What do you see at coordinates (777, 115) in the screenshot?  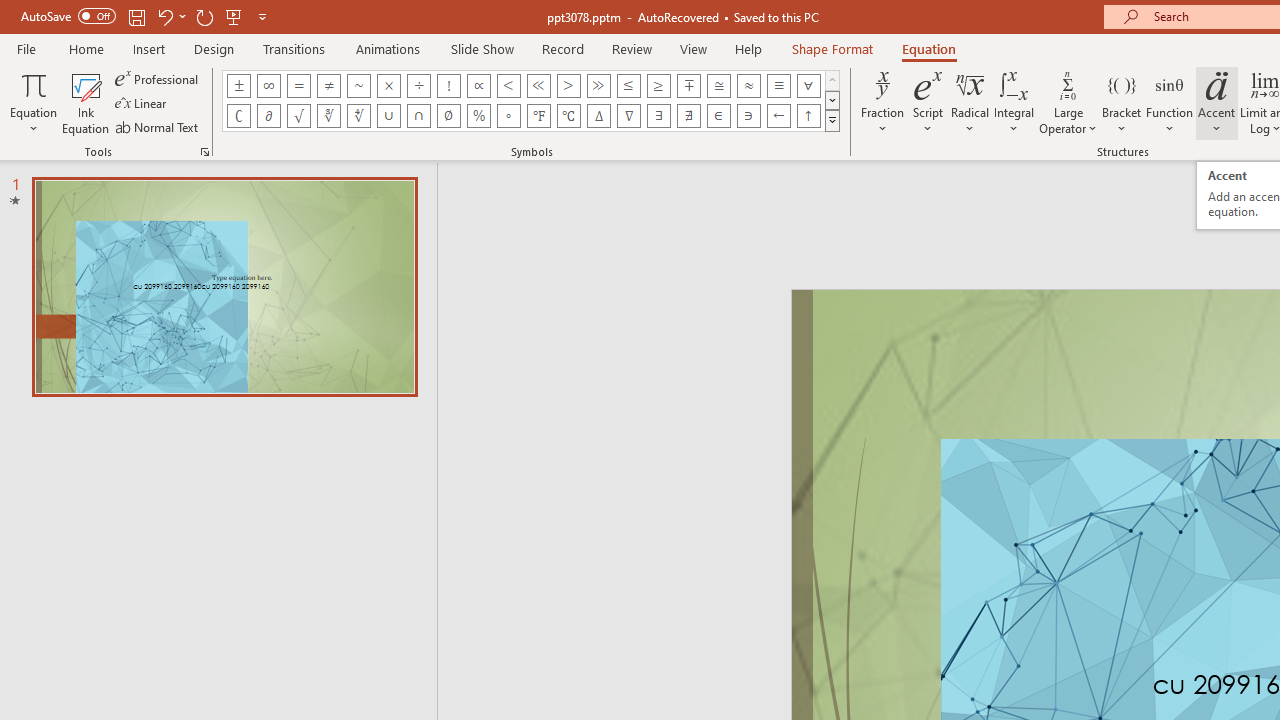 I see `'Equation Symbol Left Arrow'` at bounding box center [777, 115].